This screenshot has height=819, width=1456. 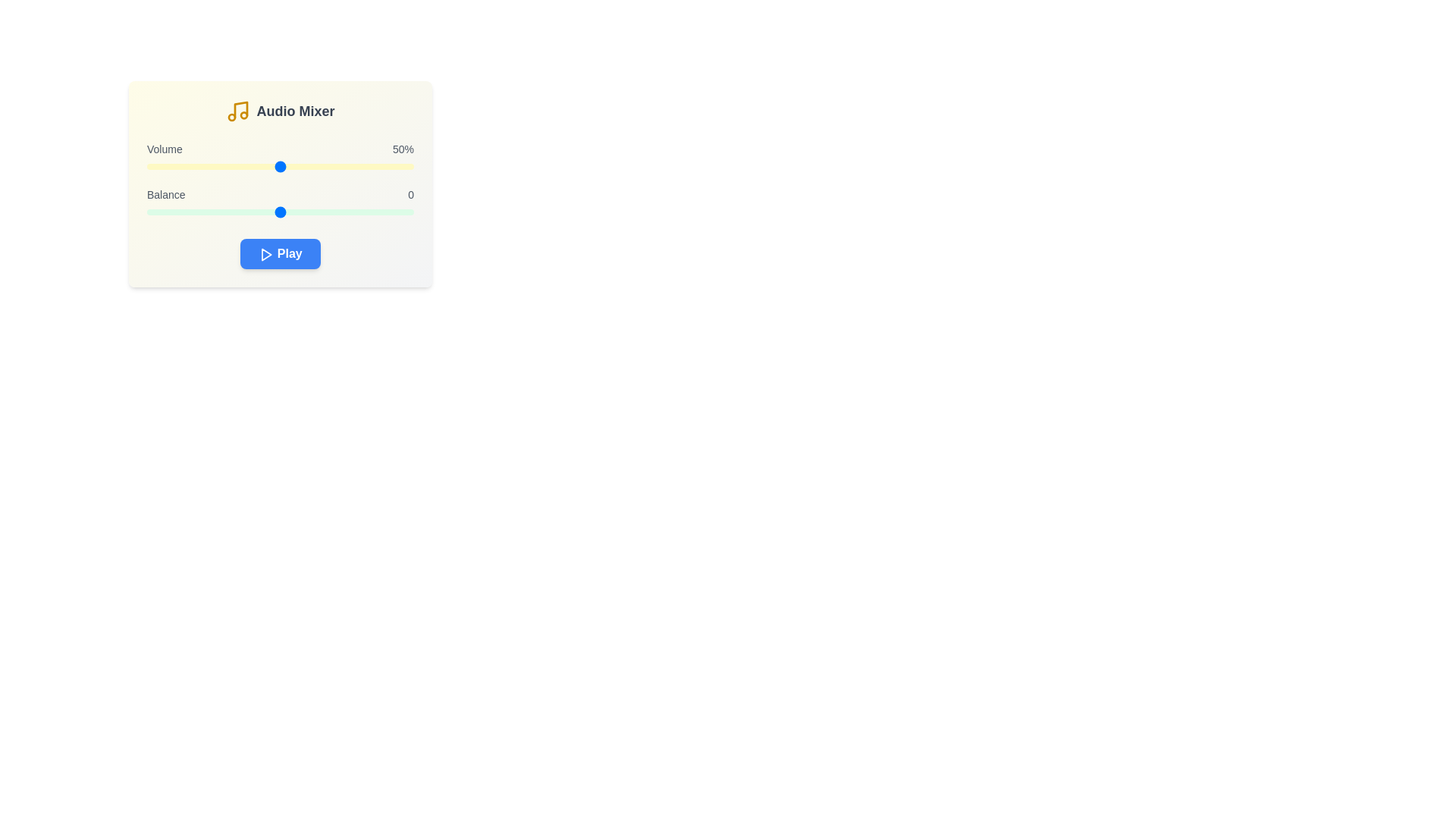 I want to click on the 'Play' button with white text on a blue background, located in the 'Audio Mixer' interface, so click(x=280, y=253).